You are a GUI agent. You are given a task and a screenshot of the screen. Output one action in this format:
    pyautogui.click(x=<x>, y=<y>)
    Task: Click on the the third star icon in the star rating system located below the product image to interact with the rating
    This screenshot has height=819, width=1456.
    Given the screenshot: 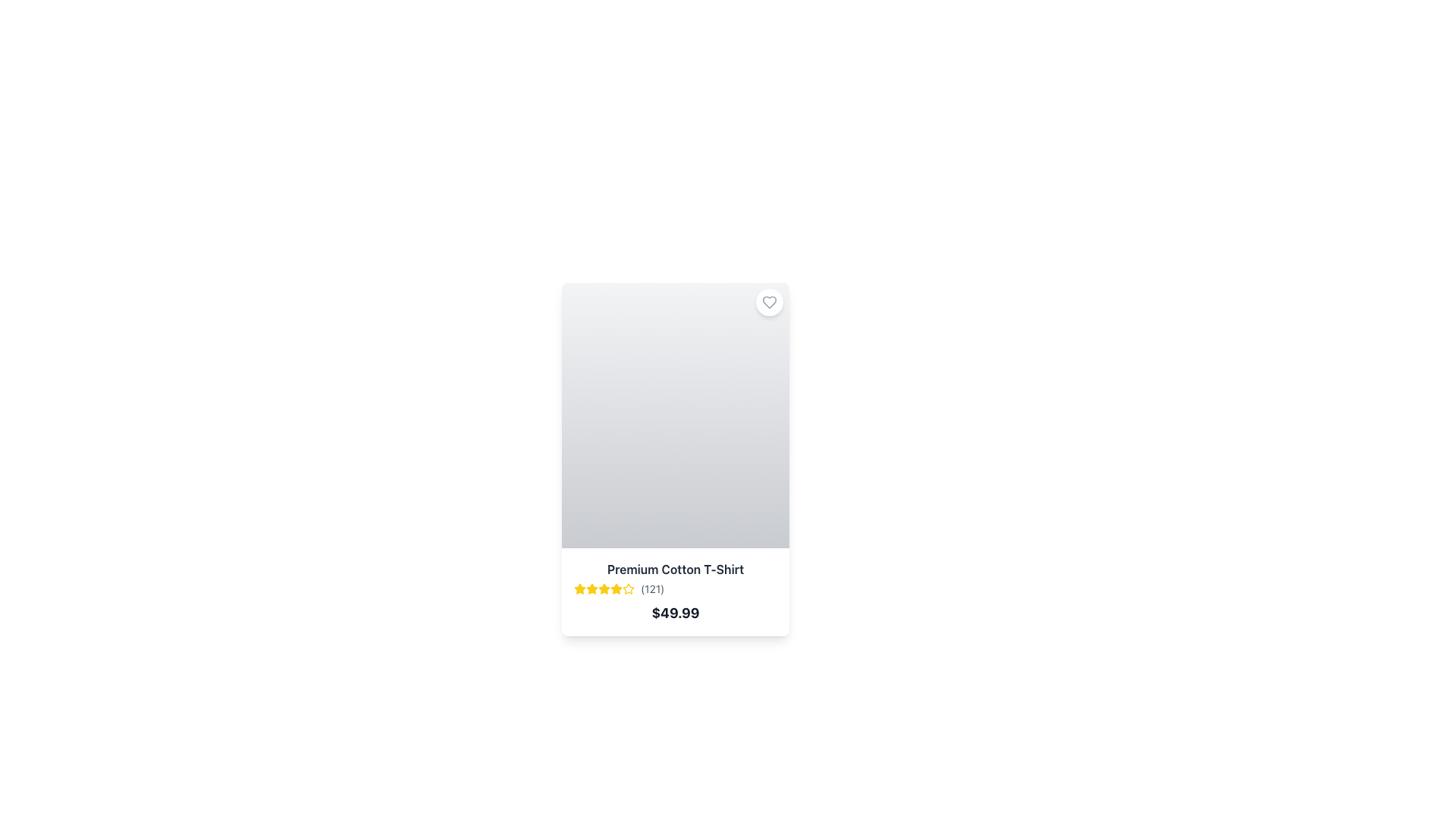 What is the action you would take?
    pyautogui.click(x=629, y=588)
    